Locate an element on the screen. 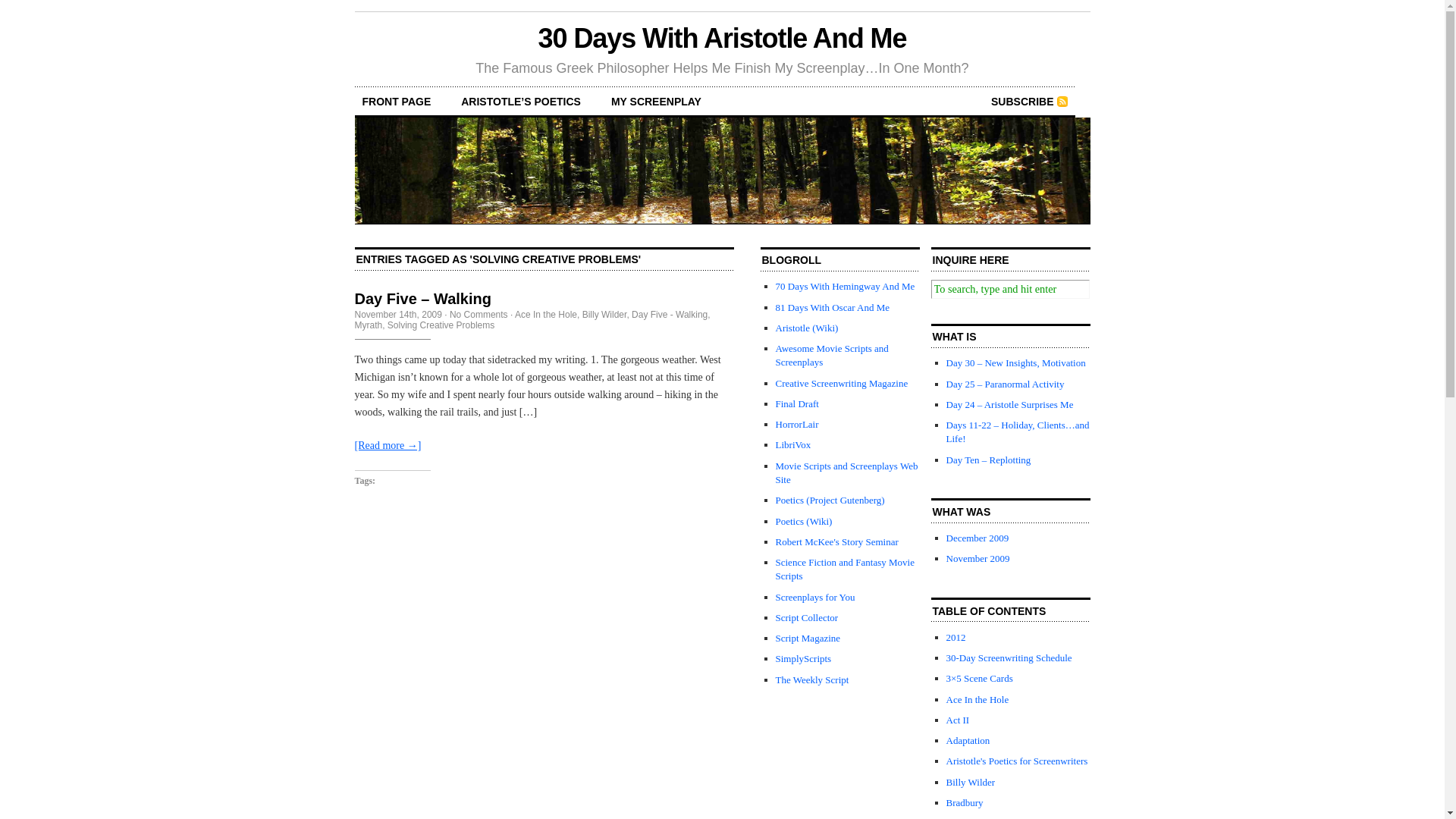 This screenshot has height=819, width=1456. '30-Day Screenwriting Schedule' is located at coordinates (1009, 657).